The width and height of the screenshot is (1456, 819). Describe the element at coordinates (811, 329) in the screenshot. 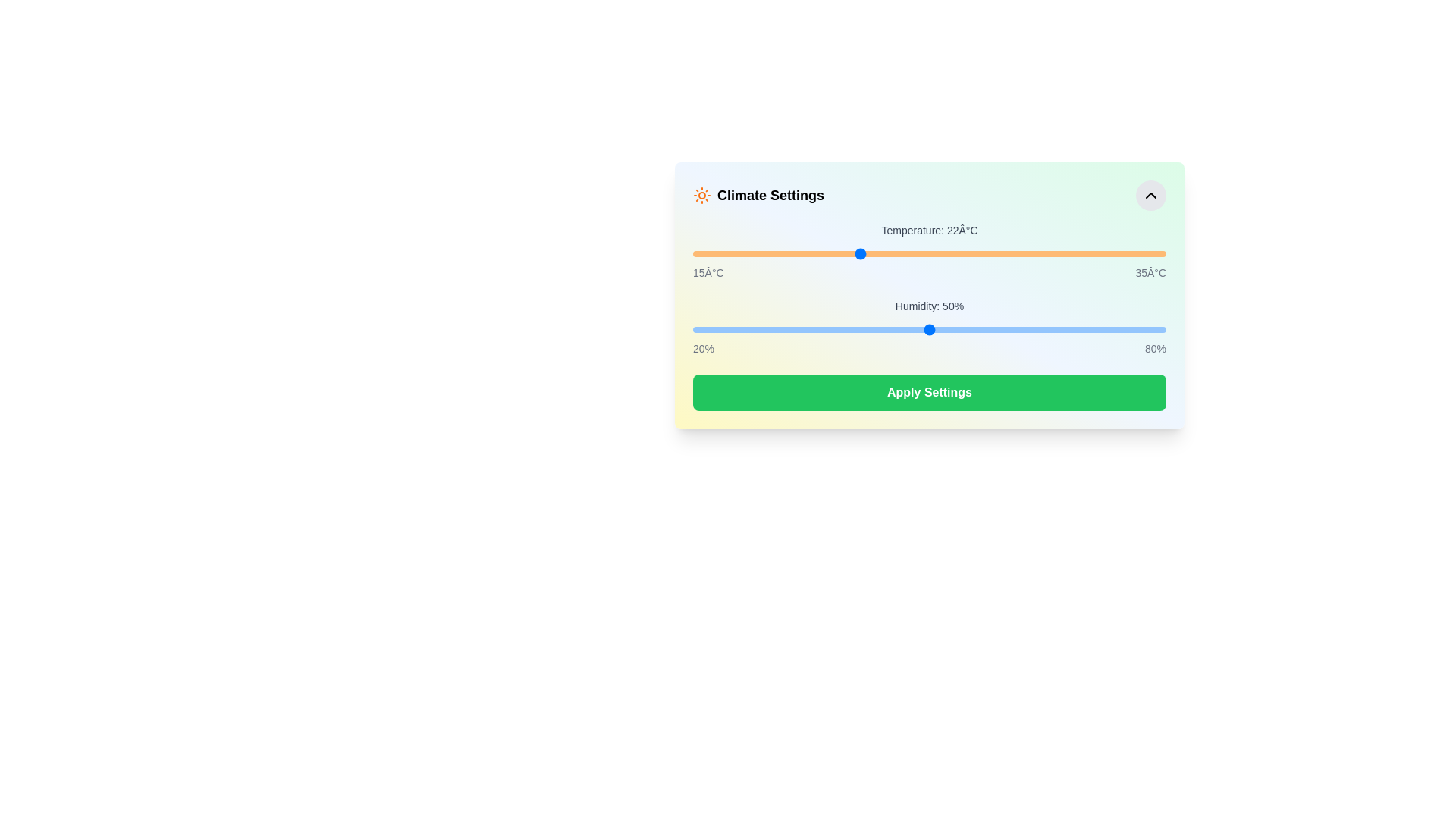

I see `humidity` at that location.